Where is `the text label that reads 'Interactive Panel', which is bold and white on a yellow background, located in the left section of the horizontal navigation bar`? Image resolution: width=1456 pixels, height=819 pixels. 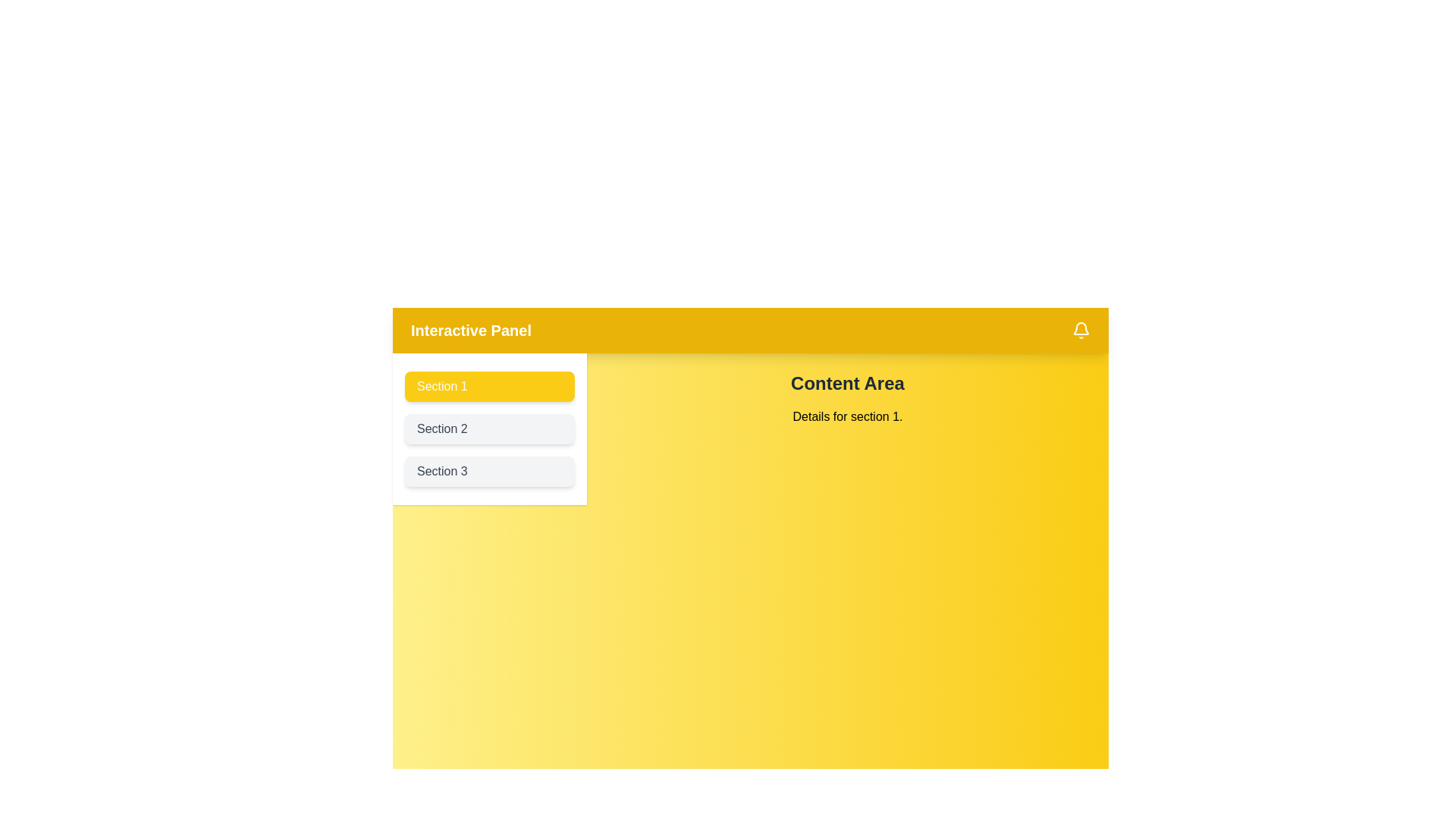 the text label that reads 'Interactive Panel', which is bold and white on a yellow background, located in the left section of the horizontal navigation bar is located at coordinates (470, 329).